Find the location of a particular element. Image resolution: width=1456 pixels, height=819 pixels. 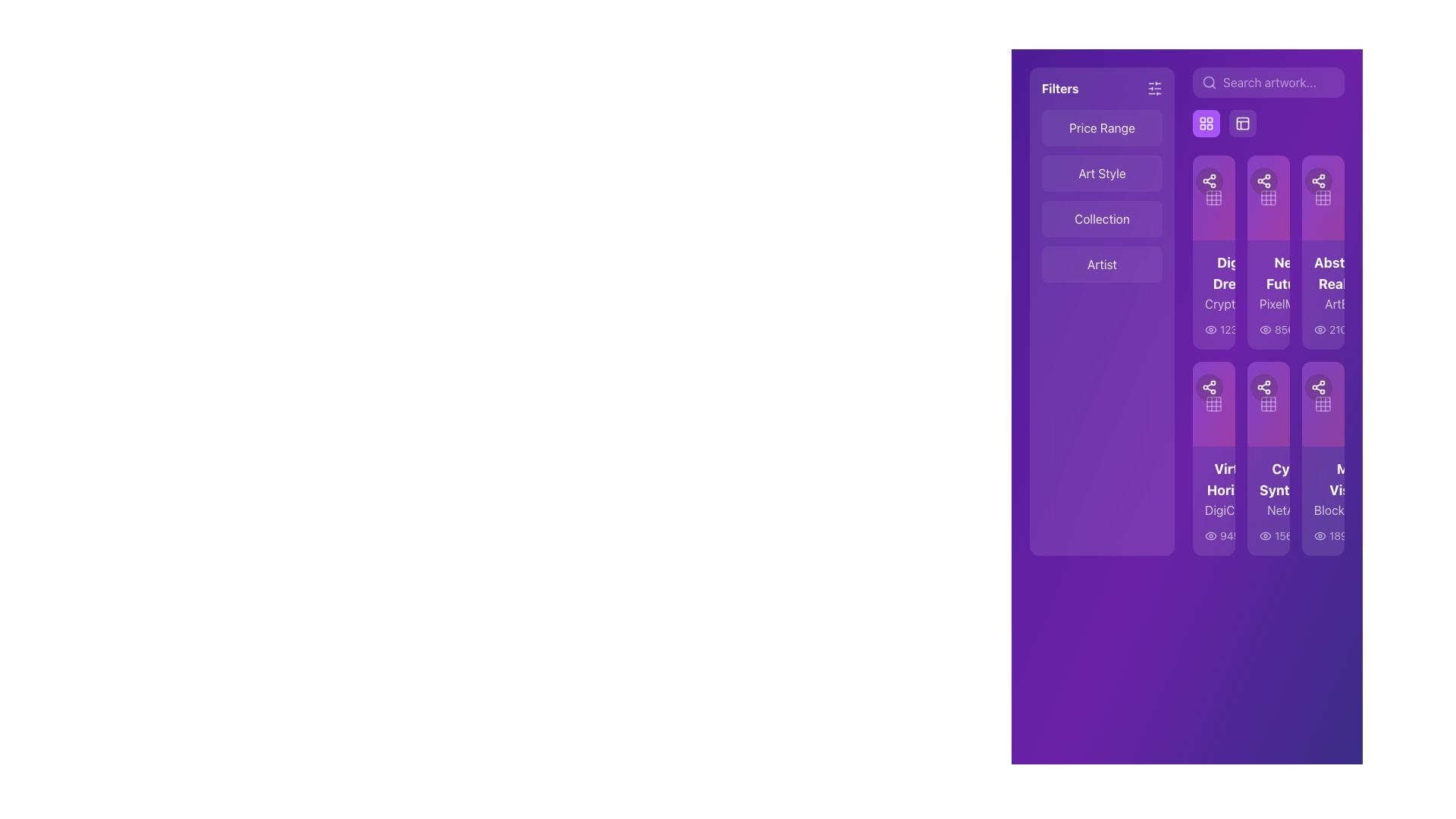

the small rectangular grid icon with rounded corners located in the top-right quadrant of the layout panel header is located at coordinates (1242, 122).